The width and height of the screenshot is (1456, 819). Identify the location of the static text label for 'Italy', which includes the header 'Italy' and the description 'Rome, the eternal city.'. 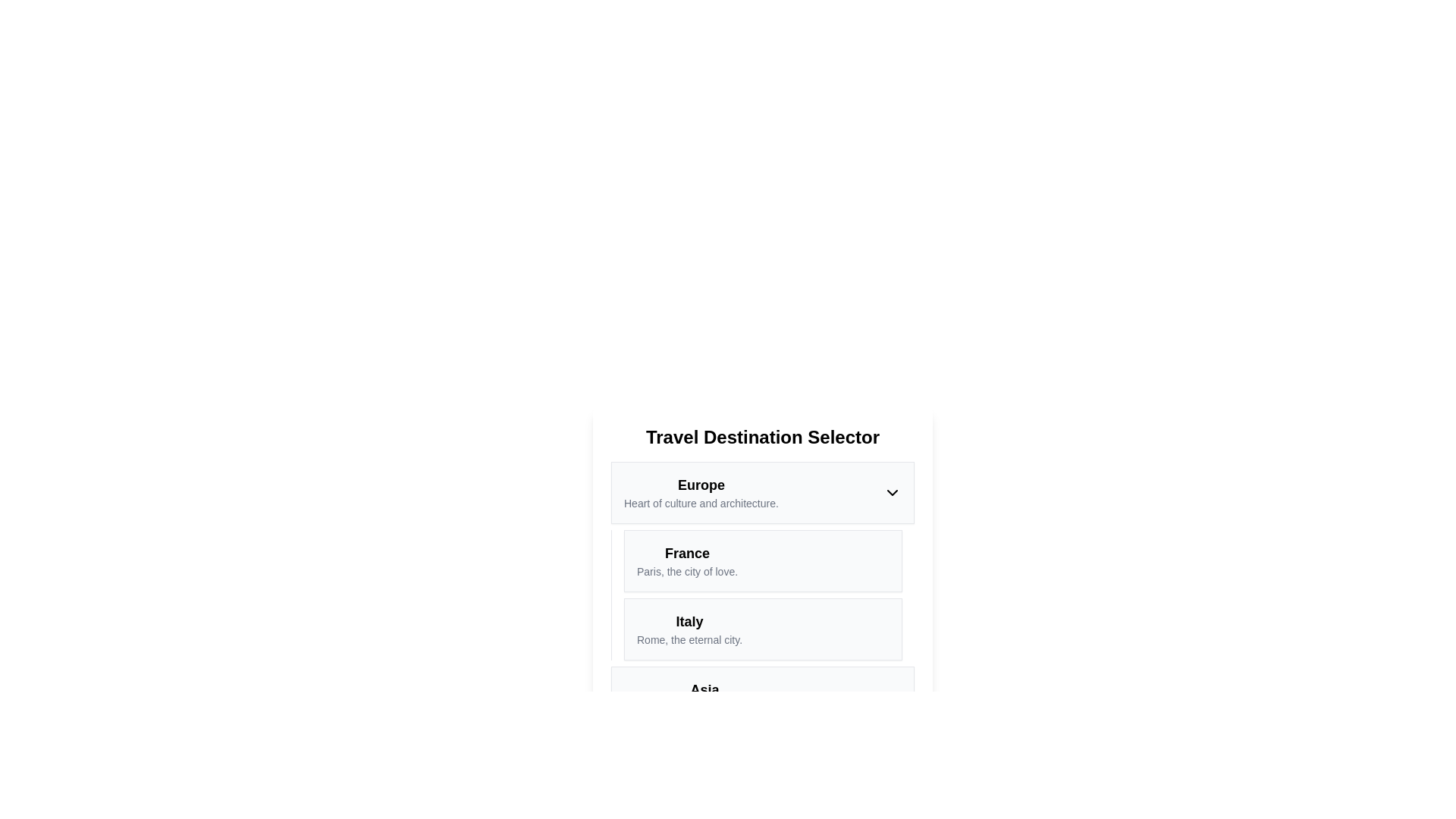
(689, 629).